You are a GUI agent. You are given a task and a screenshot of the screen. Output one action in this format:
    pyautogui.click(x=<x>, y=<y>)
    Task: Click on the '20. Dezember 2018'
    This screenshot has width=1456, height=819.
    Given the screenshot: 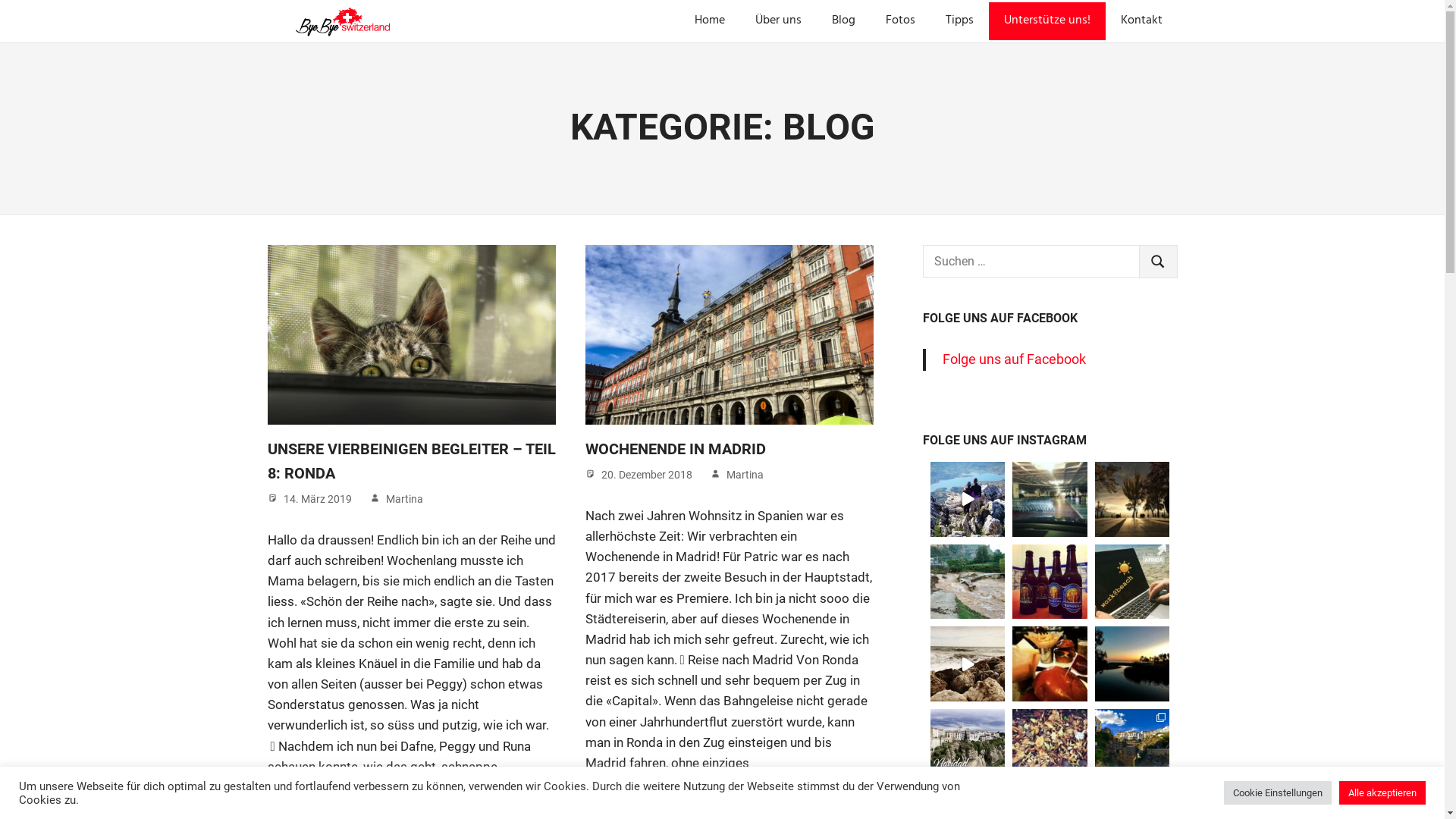 What is the action you would take?
    pyautogui.click(x=645, y=473)
    